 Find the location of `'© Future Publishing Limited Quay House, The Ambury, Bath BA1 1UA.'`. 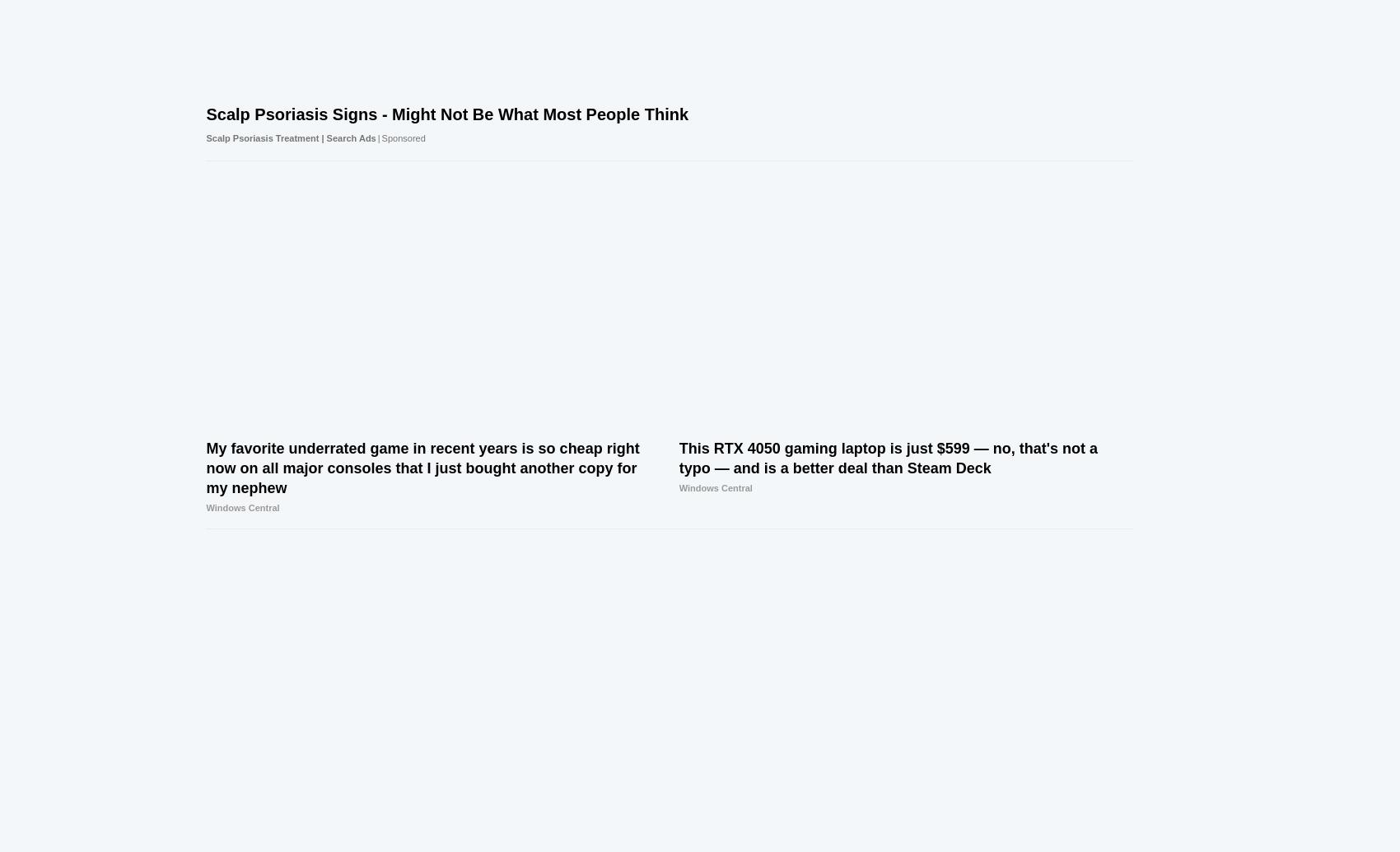

'© Future Publishing Limited Quay House, The Ambury, Bath BA1 1UA.' is located at coordinates (419, 732).